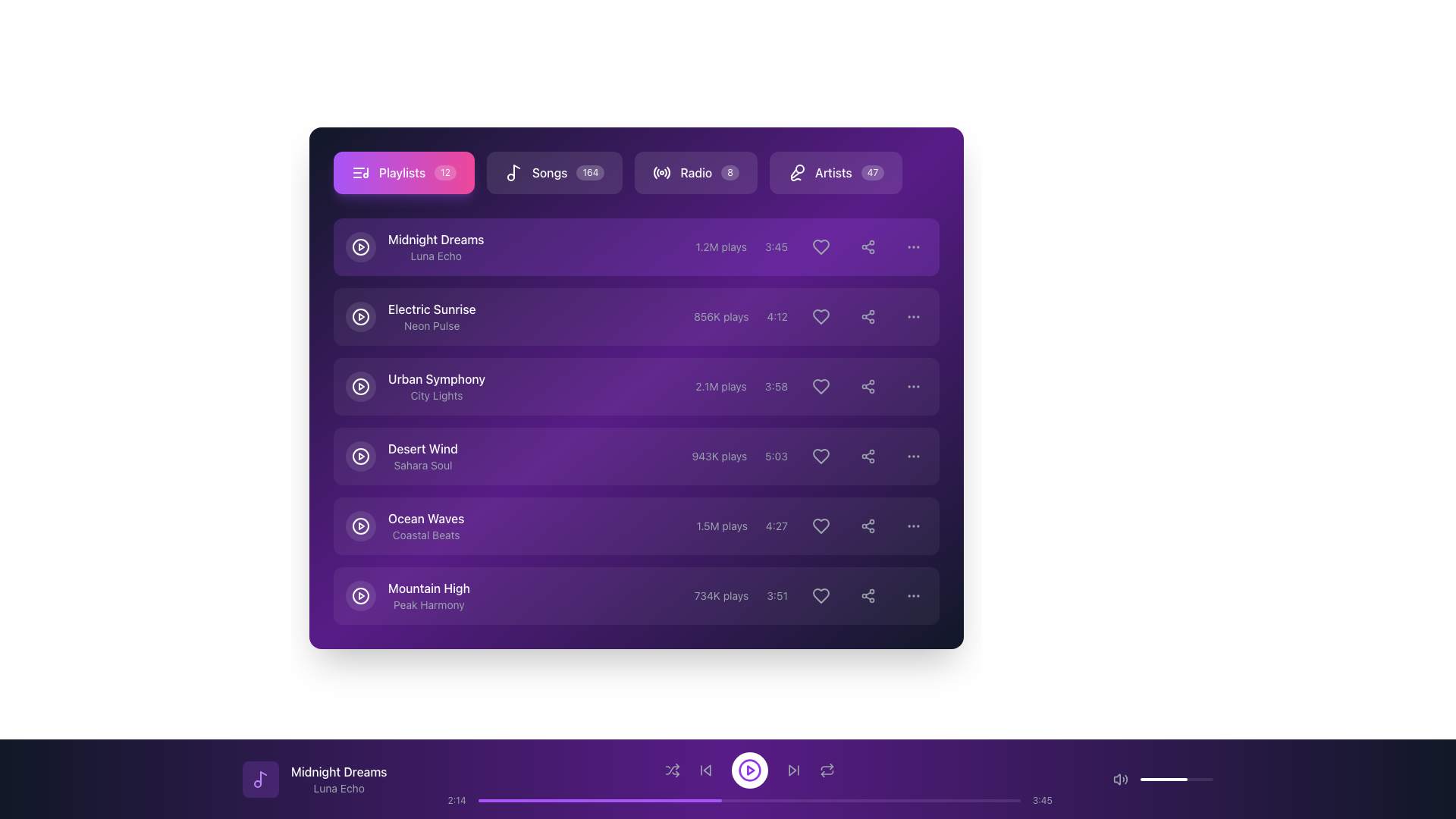 The height and width of the screenshot is (819, 1456). I want to click on the triangular-shaped forward navigation icon located in the bottom navigation bar to trigger a tooltip or similar reaction, so click(792, 770).